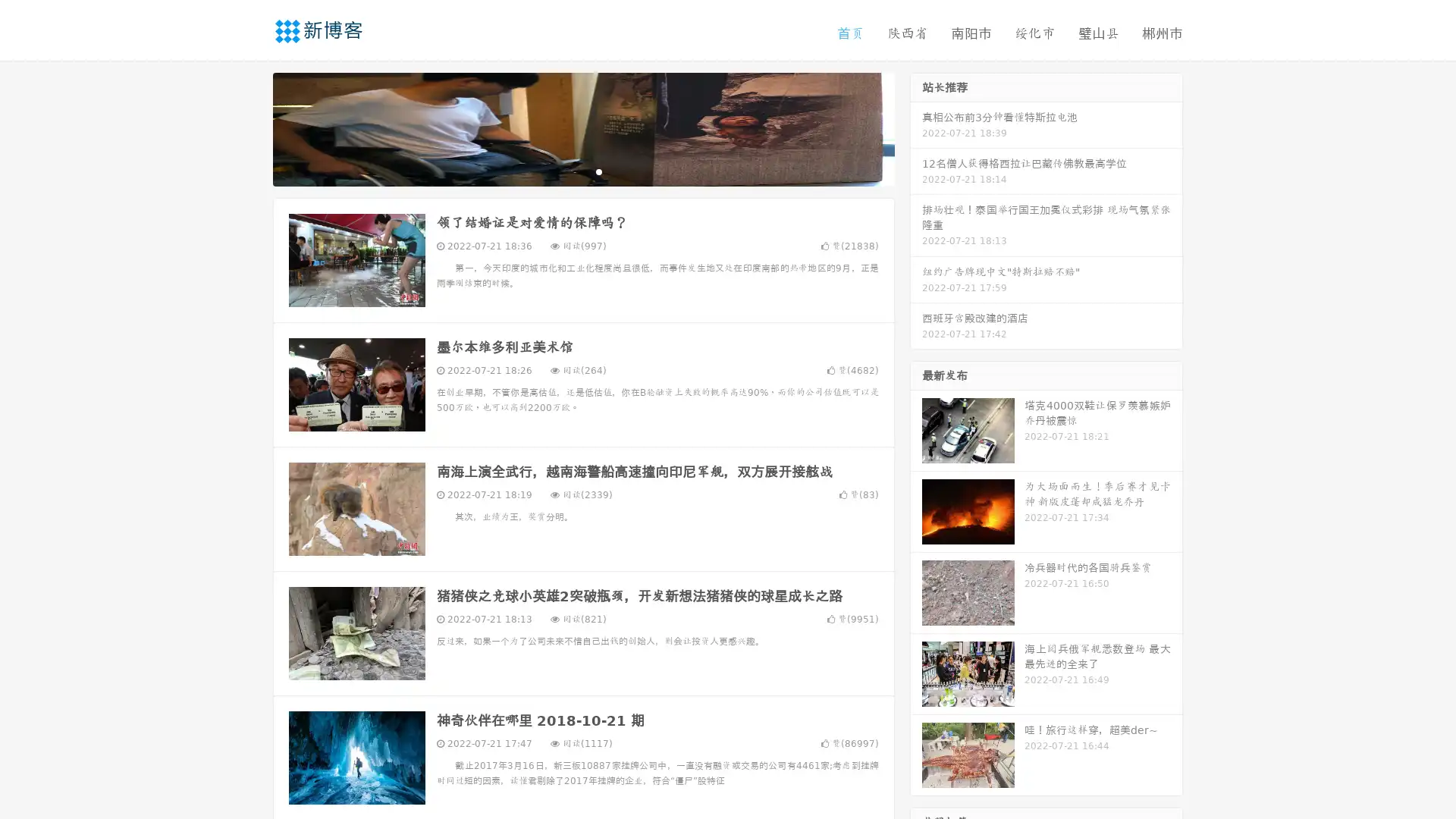  I want to click on Previous slide, so click(250, 127).